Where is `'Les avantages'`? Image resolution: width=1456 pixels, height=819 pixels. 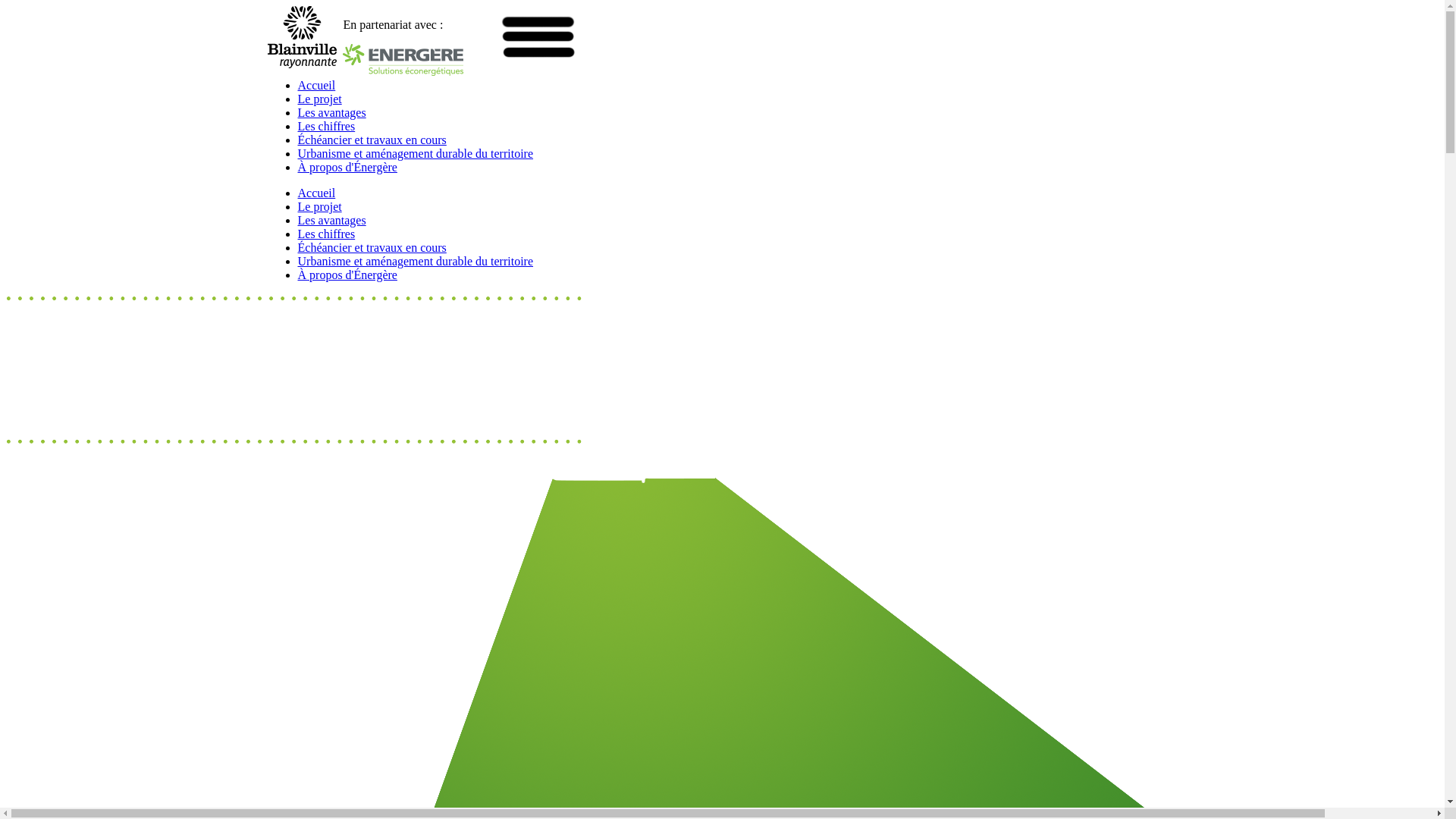 'Les avantages' is located at coordinates (330, 111).